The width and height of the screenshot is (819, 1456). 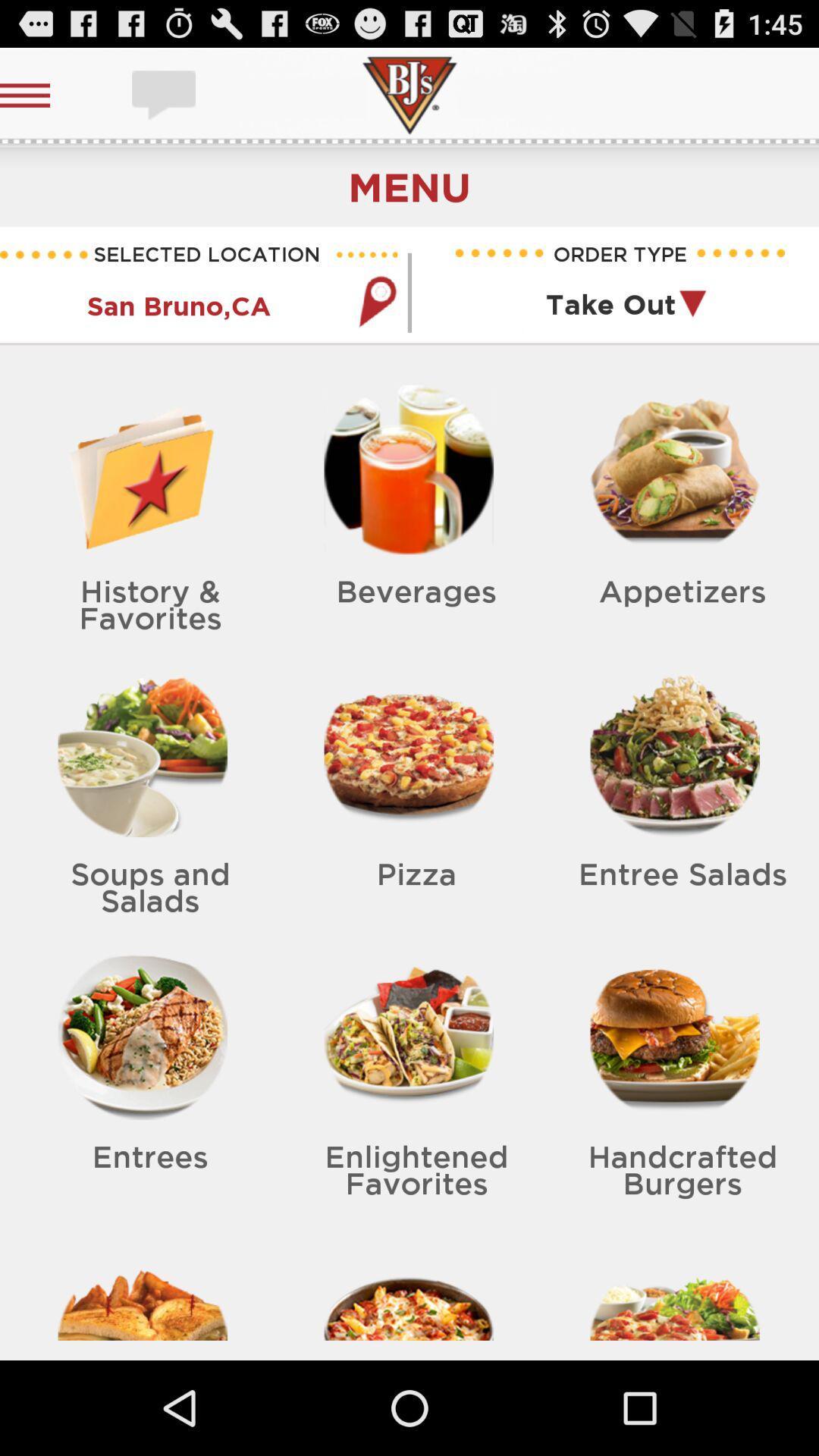 What do you see at coordinates (165, 94) in the screenshot?
I see `subtitties` at bounding box center [165, 94].